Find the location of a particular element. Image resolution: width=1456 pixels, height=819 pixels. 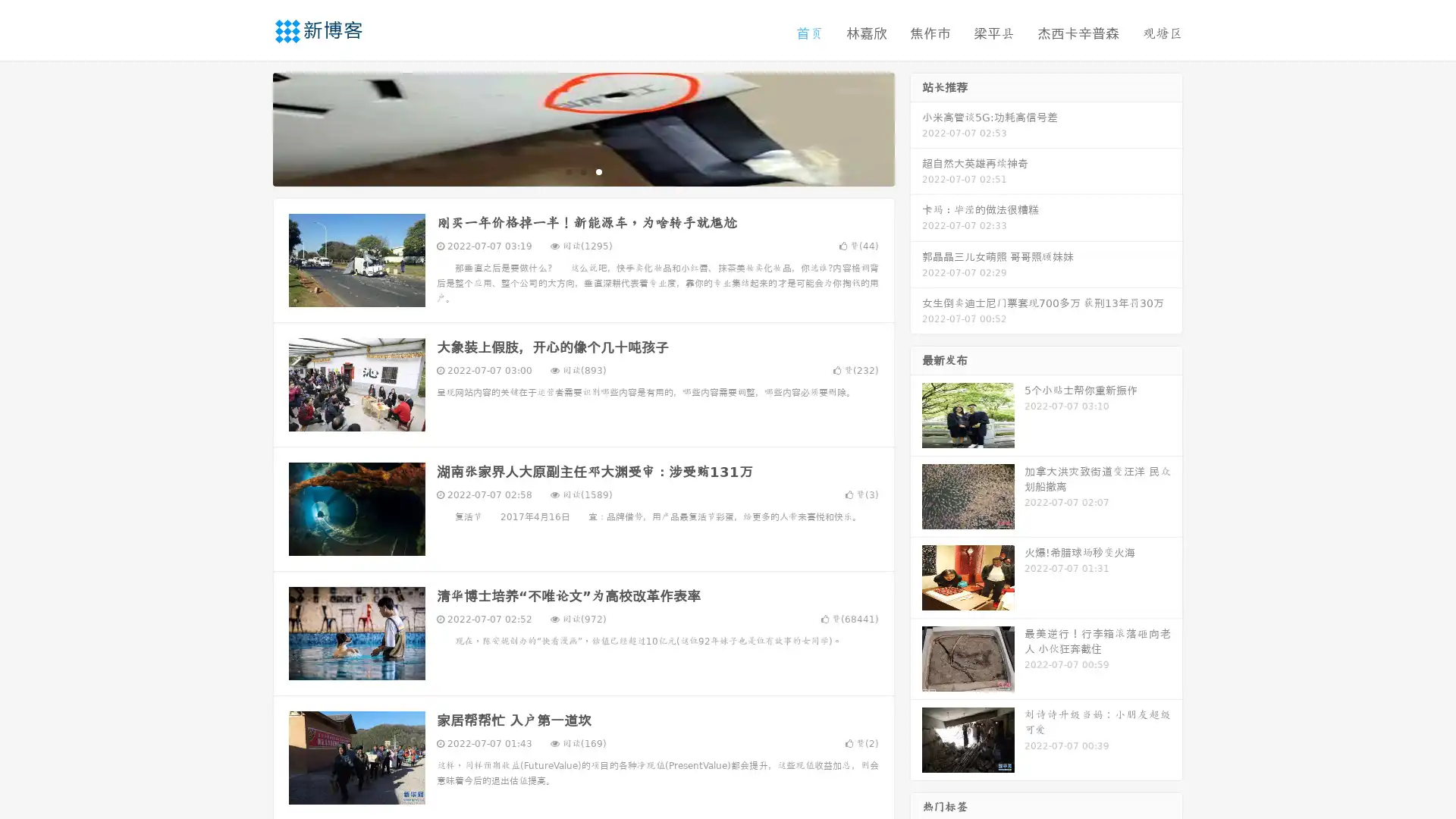

Next slide is located at coordinates (916, 127).